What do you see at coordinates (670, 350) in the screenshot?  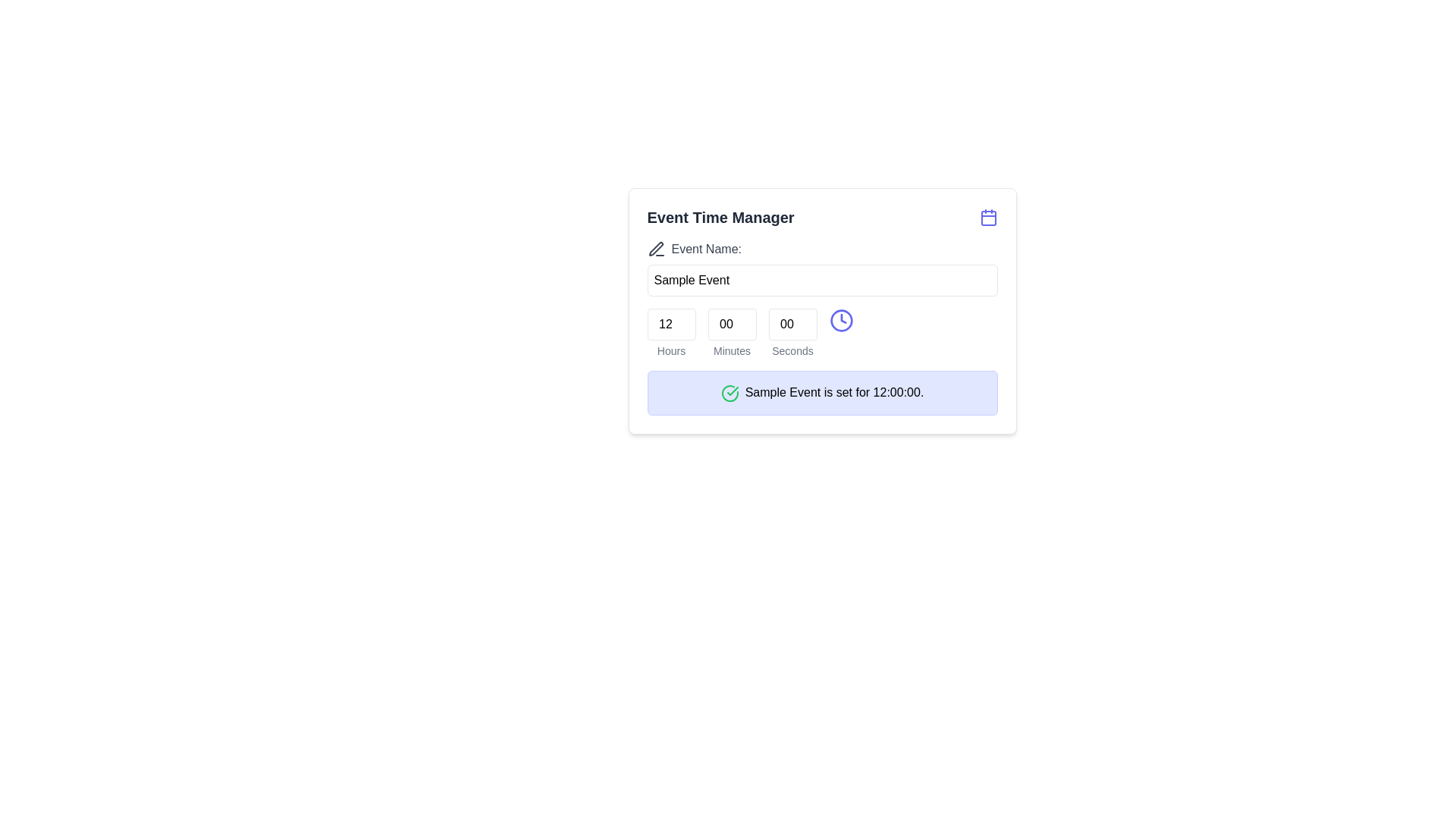 I see `label indicating the 'Hours' field located beneath the numeric input box labeled 12 in the time configuration section` at bounding box center [670, 350].